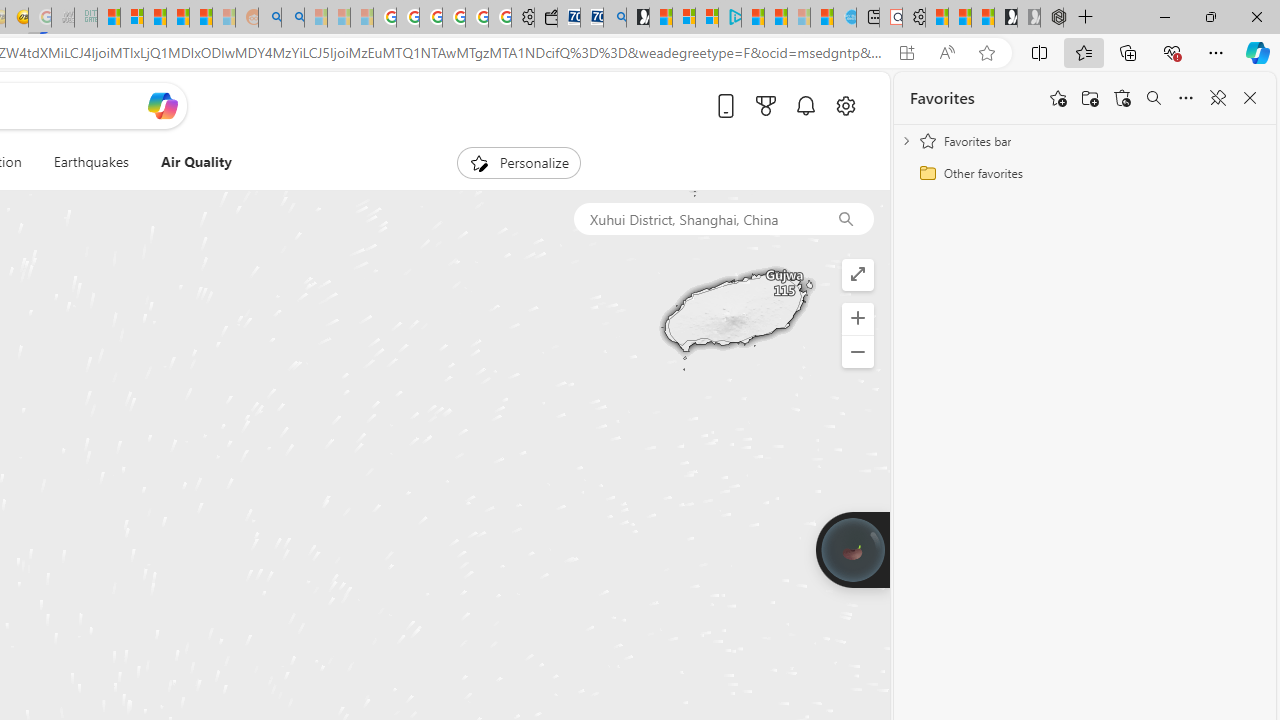  Describe the element at coordinates (591, 17) in the screenshot. I see `'Cheap Car Rentals - Save70.com'` at that location.